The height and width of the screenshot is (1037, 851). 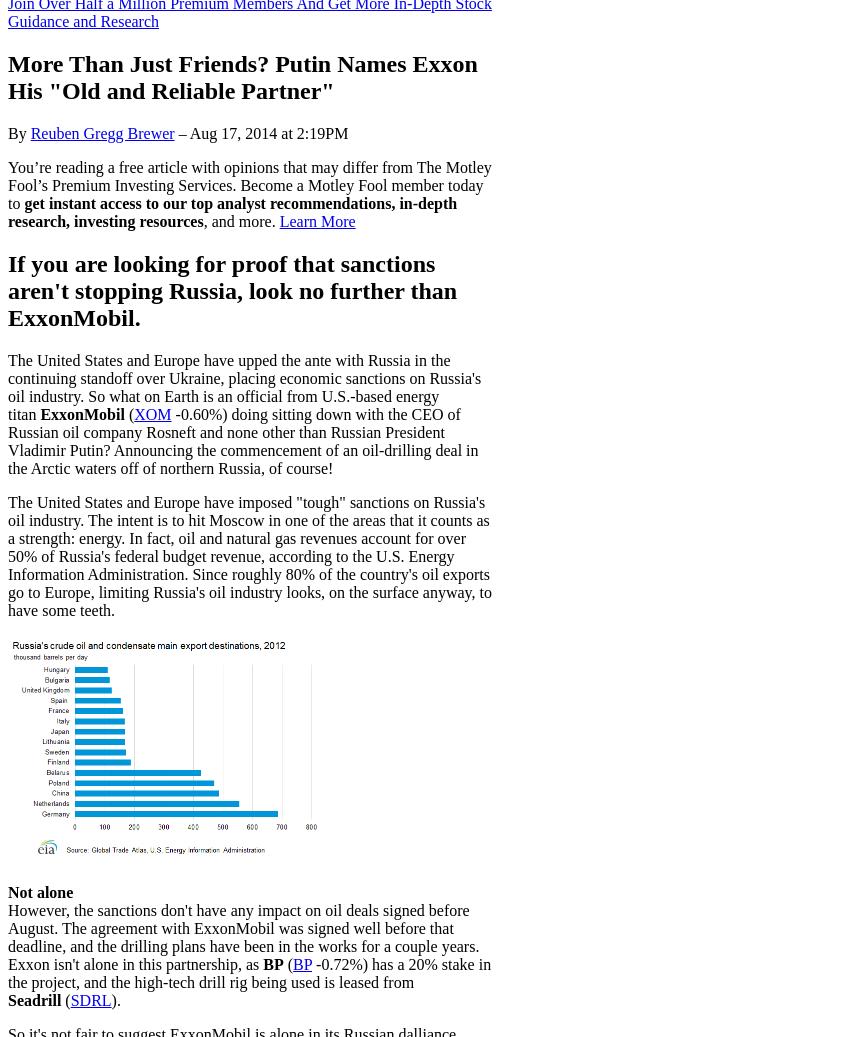 What do you see at coordinates (249, 555) in the screenshot?
I see `'The United States and Europe have imposed "tough" sanctions on Russia's oil industry. The intent is to hit Moscow in one of the areas that it counts as a strength: energy. In fact, oil and natural gas revenues account for over 50% of Russia's federal budget revenue, according to the U.S. Energy Information Administration. Since roughly 80% of the country's oil exports go to Europe, limiting Russia's oil industry looks, on the surface anyway, to have some teeth.'` at bounding box center [249, 555].